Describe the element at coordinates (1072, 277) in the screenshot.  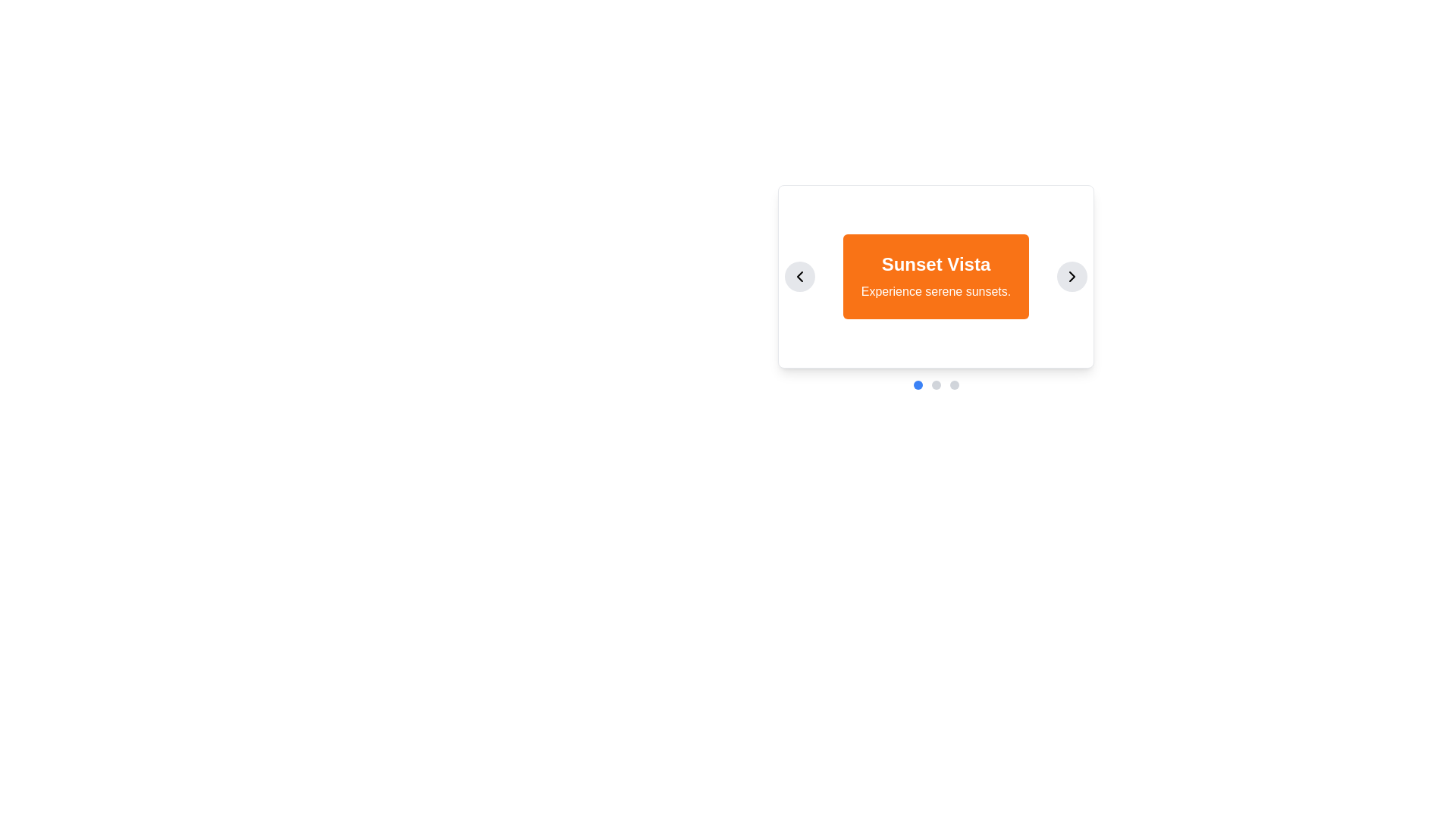
I see `the Navigation icon (SVG-based) that allows users to advance to the next item in the carousel, located near the right edge of the carousel UI` at that location.